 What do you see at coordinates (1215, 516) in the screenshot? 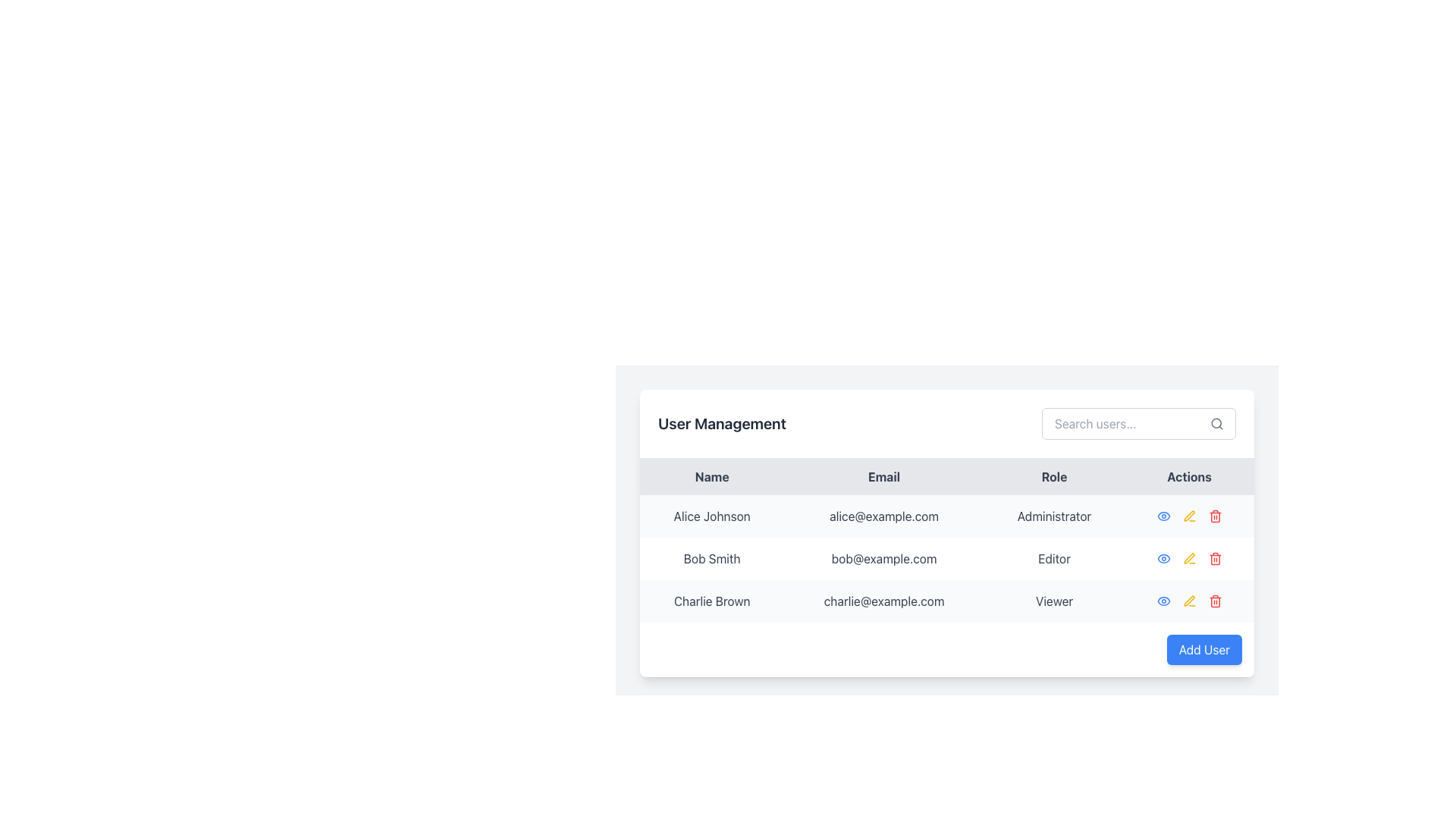
I see `the trash bin icon representing the user 'Charlie Brown' located in the 'Actions' column of the user table` at bounding box center [1215, 516].